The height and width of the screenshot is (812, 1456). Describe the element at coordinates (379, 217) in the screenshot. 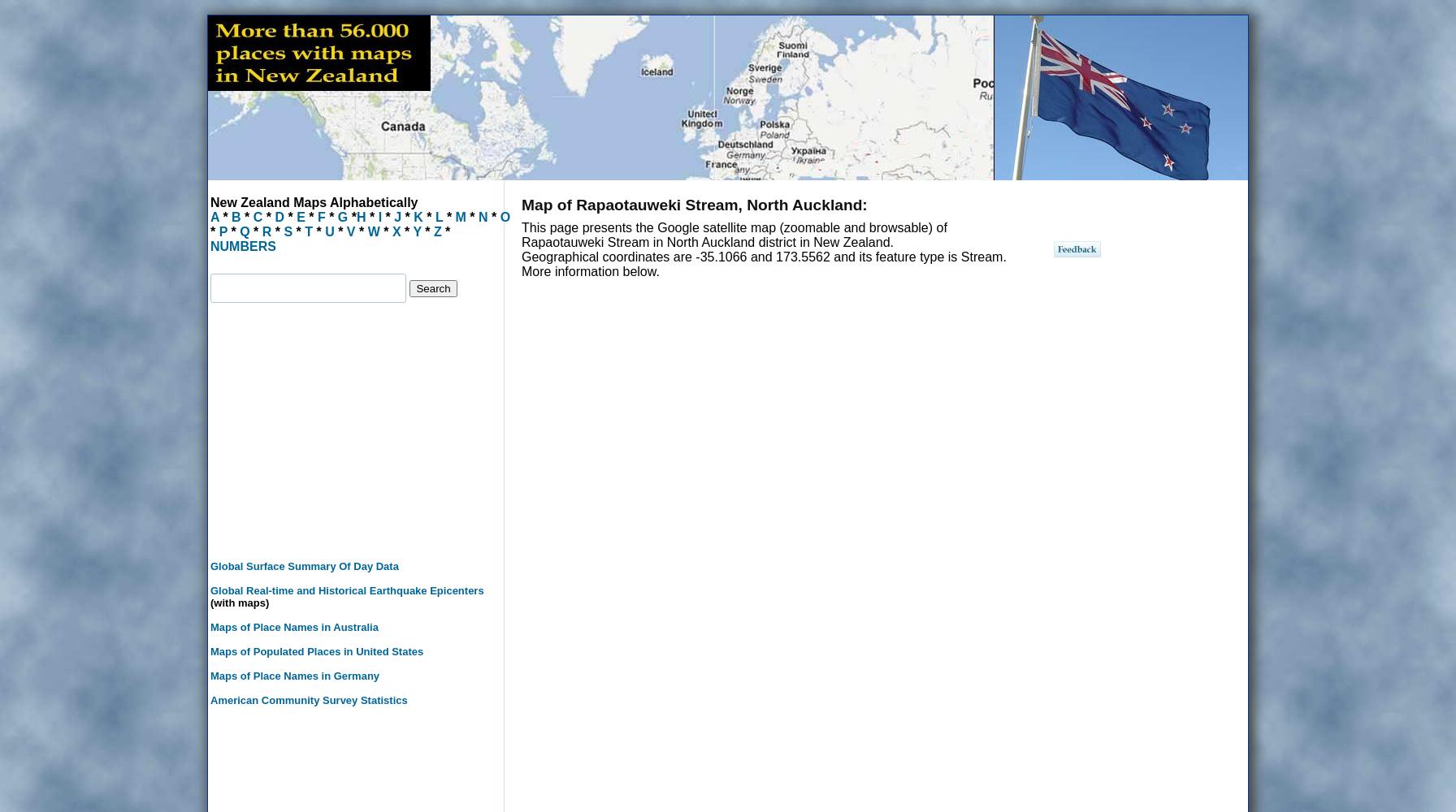

I see `'I'` at that location.